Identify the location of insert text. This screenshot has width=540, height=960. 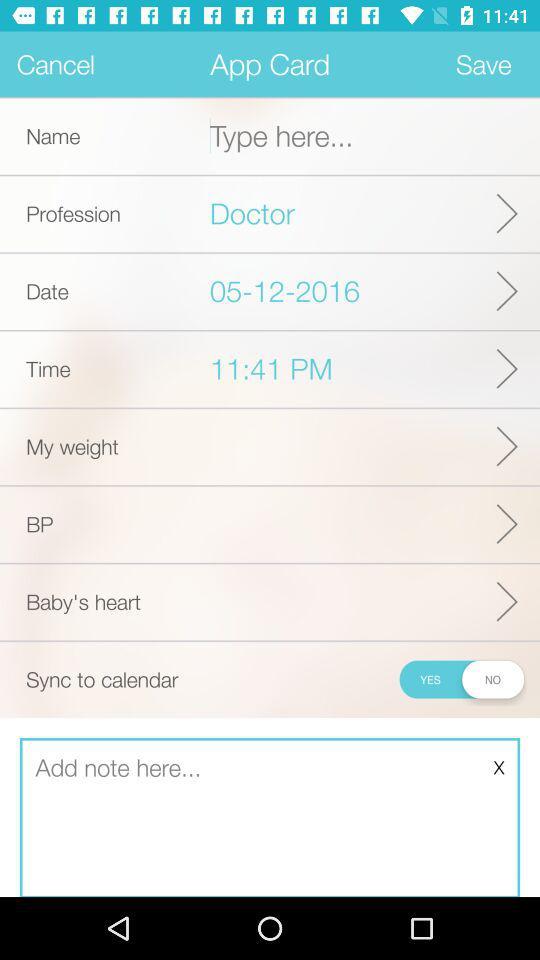
(270, 818).